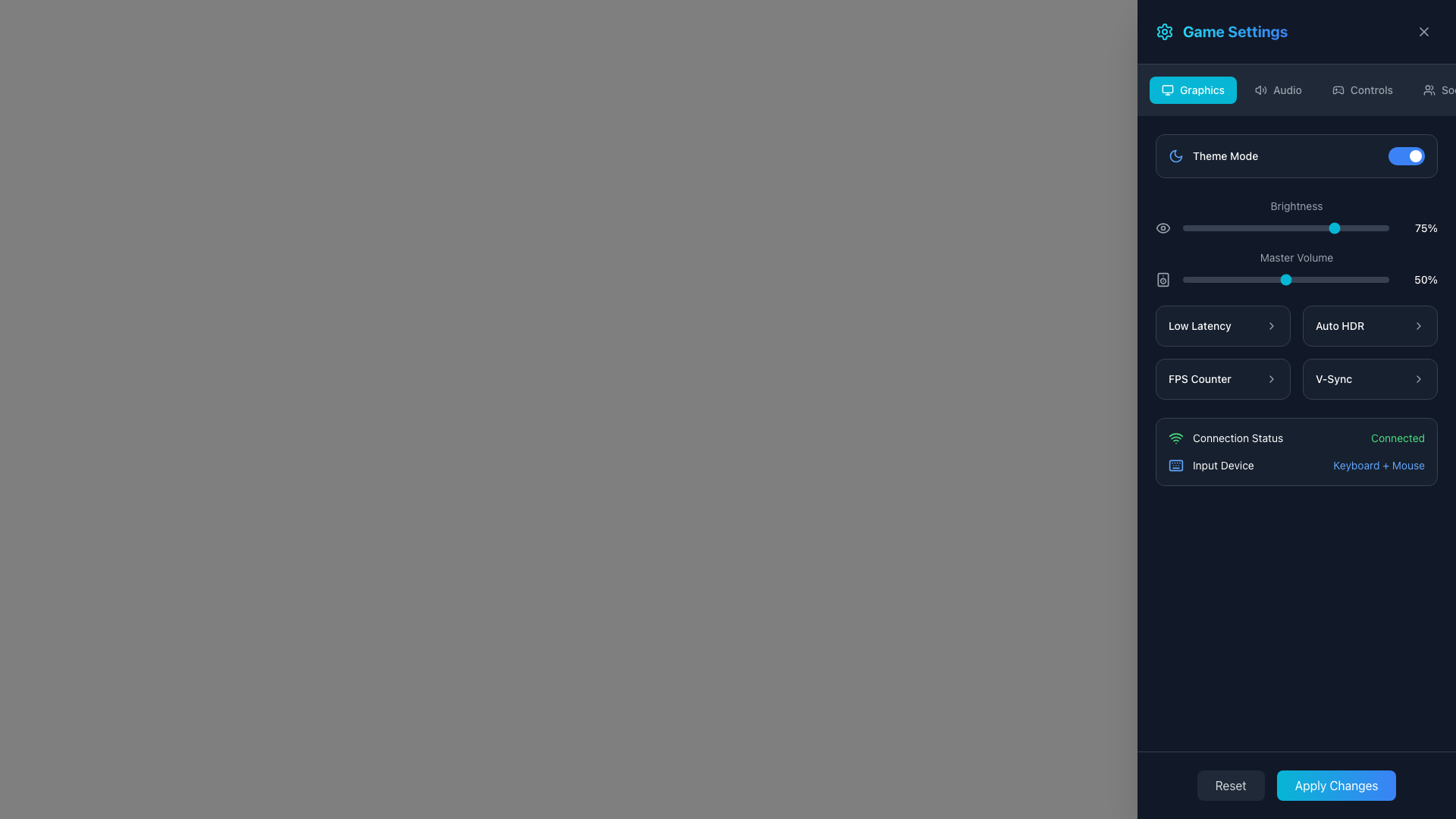 Image resolution: width=1456 pixels, height=819 pixels. Describe the element at coordinates (1223, 464) in the screenshot. I see `the Text Label indicating the type of input device currently active or connected, labeled 'Input Device', located in the 'Connection Status' section of the interface` at that location.